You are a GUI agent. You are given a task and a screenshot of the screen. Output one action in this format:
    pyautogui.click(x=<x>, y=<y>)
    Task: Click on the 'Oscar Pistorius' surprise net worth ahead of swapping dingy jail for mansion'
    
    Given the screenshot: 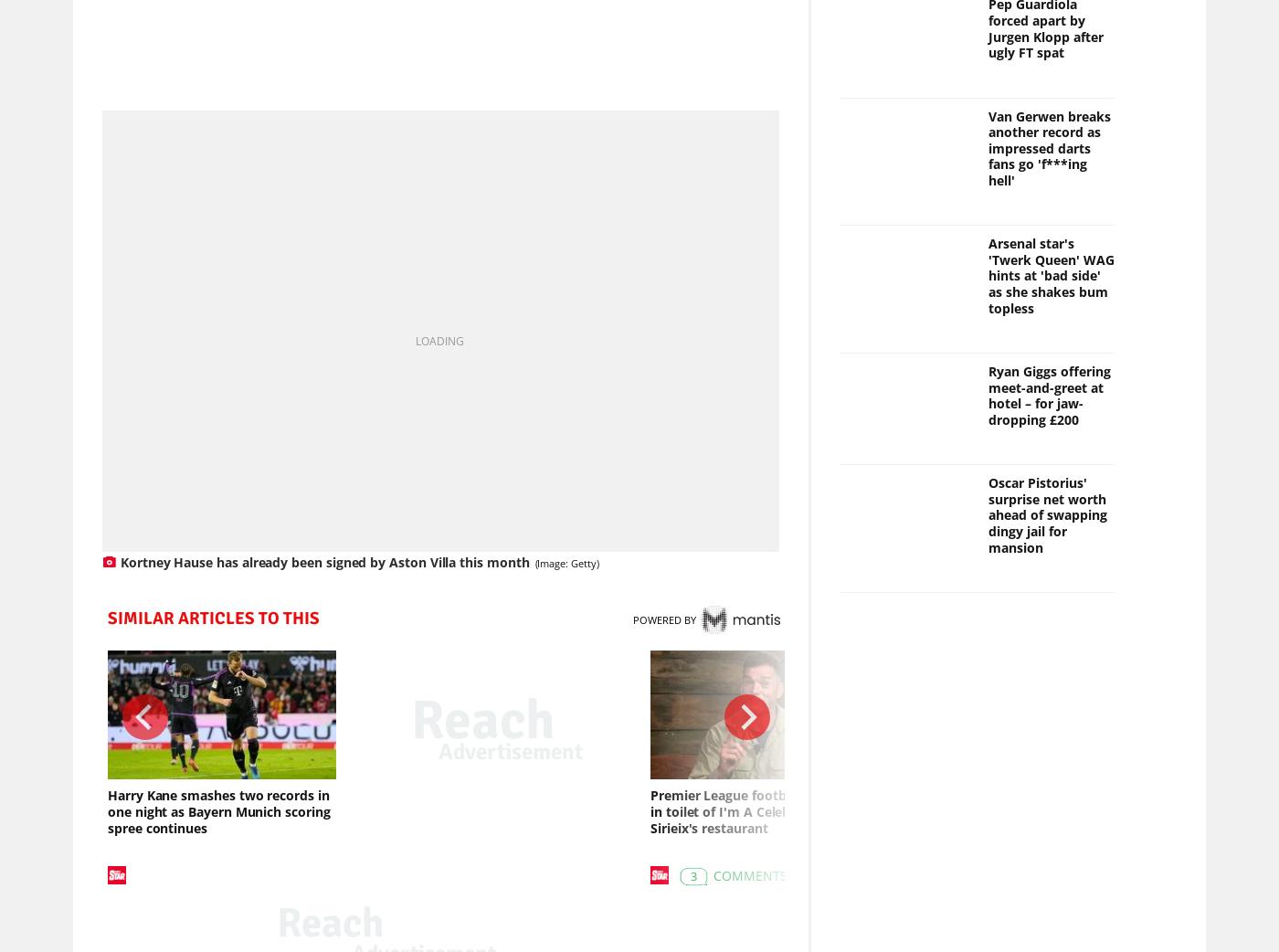 What is the action you would take?
    pyautogui.click(x=1047, y=516)
    